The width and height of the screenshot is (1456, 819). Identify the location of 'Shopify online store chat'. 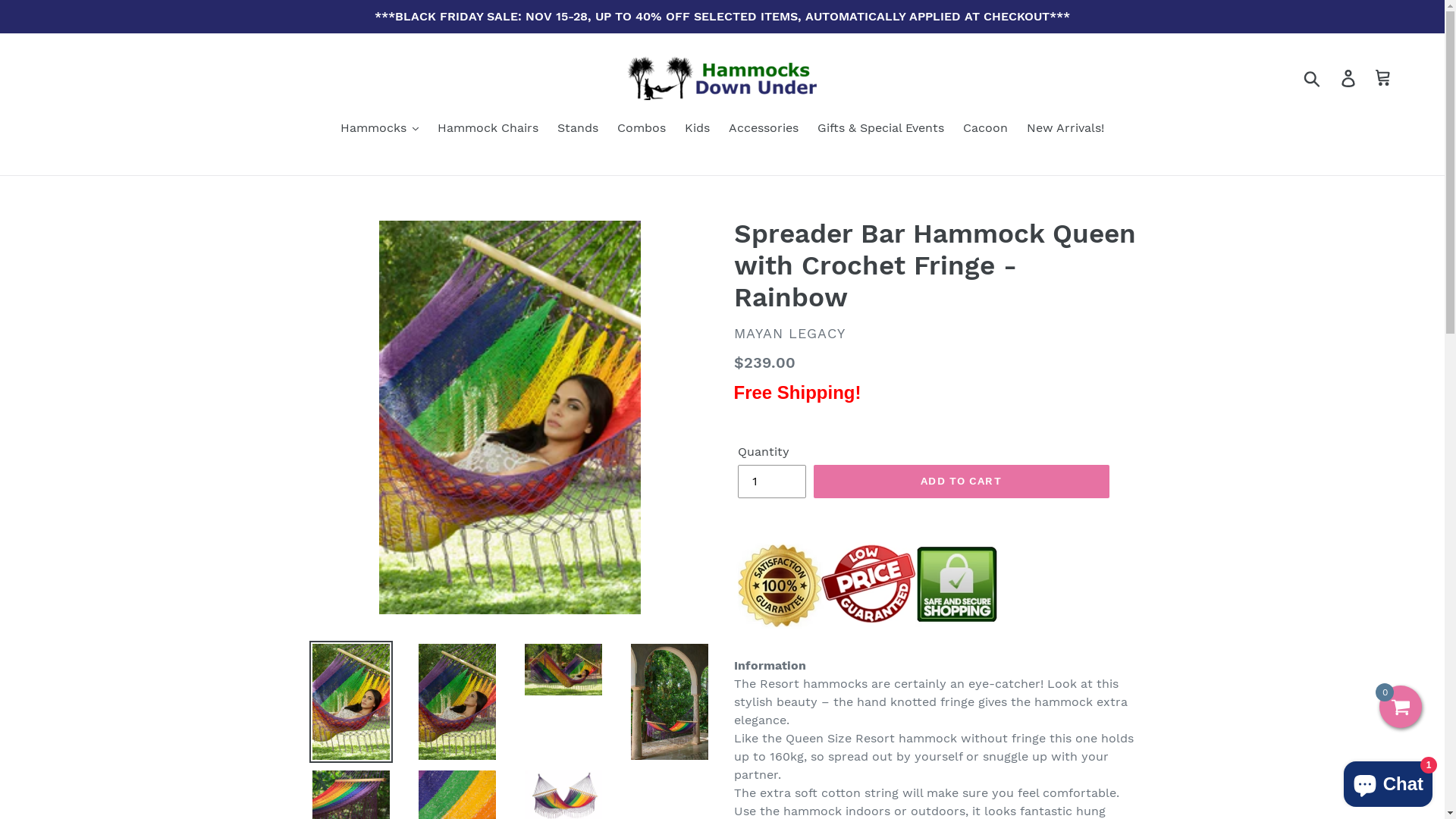
(1388, 780).